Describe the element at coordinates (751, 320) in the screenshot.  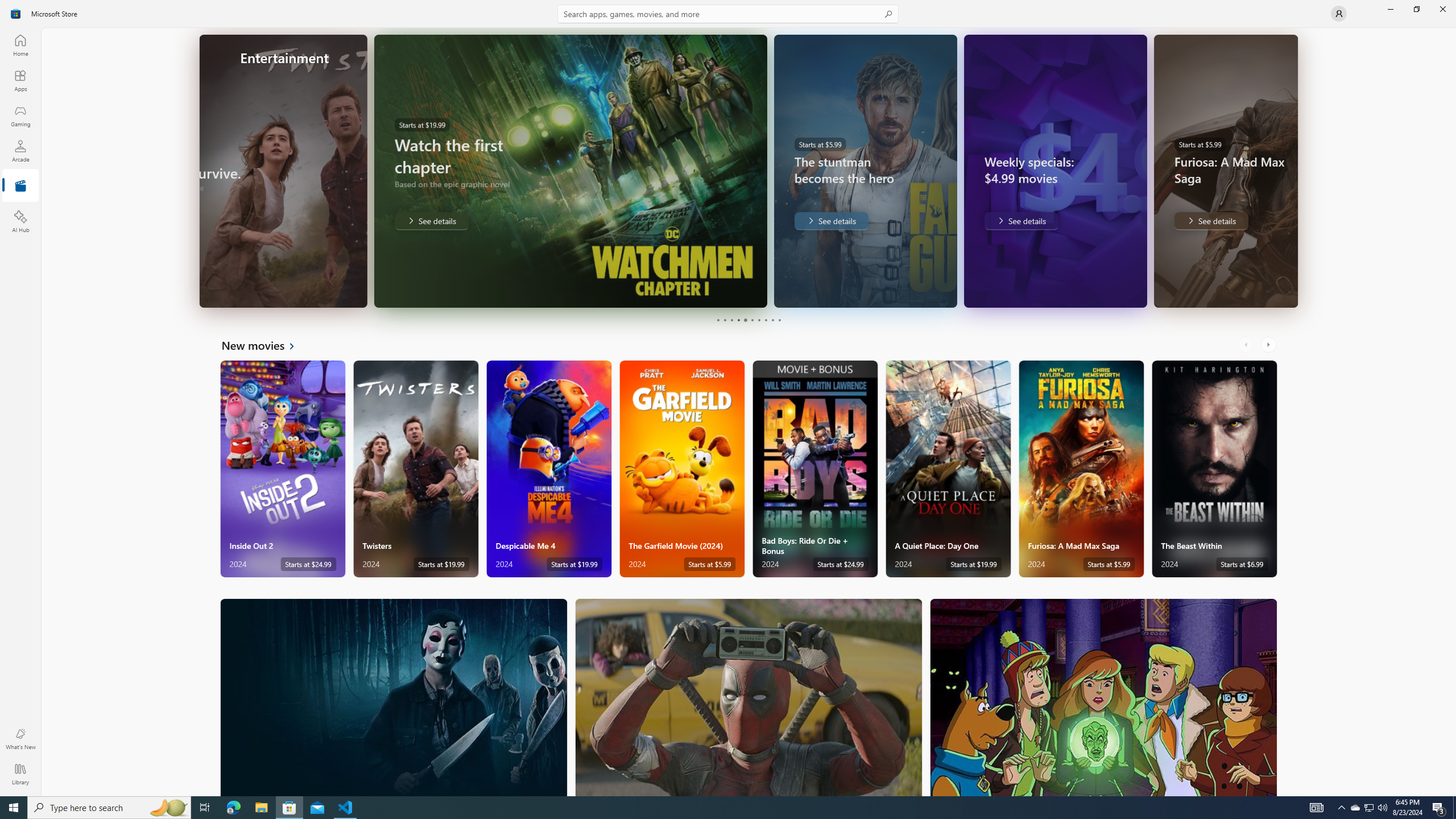
I see `'Page 6'` at that location.